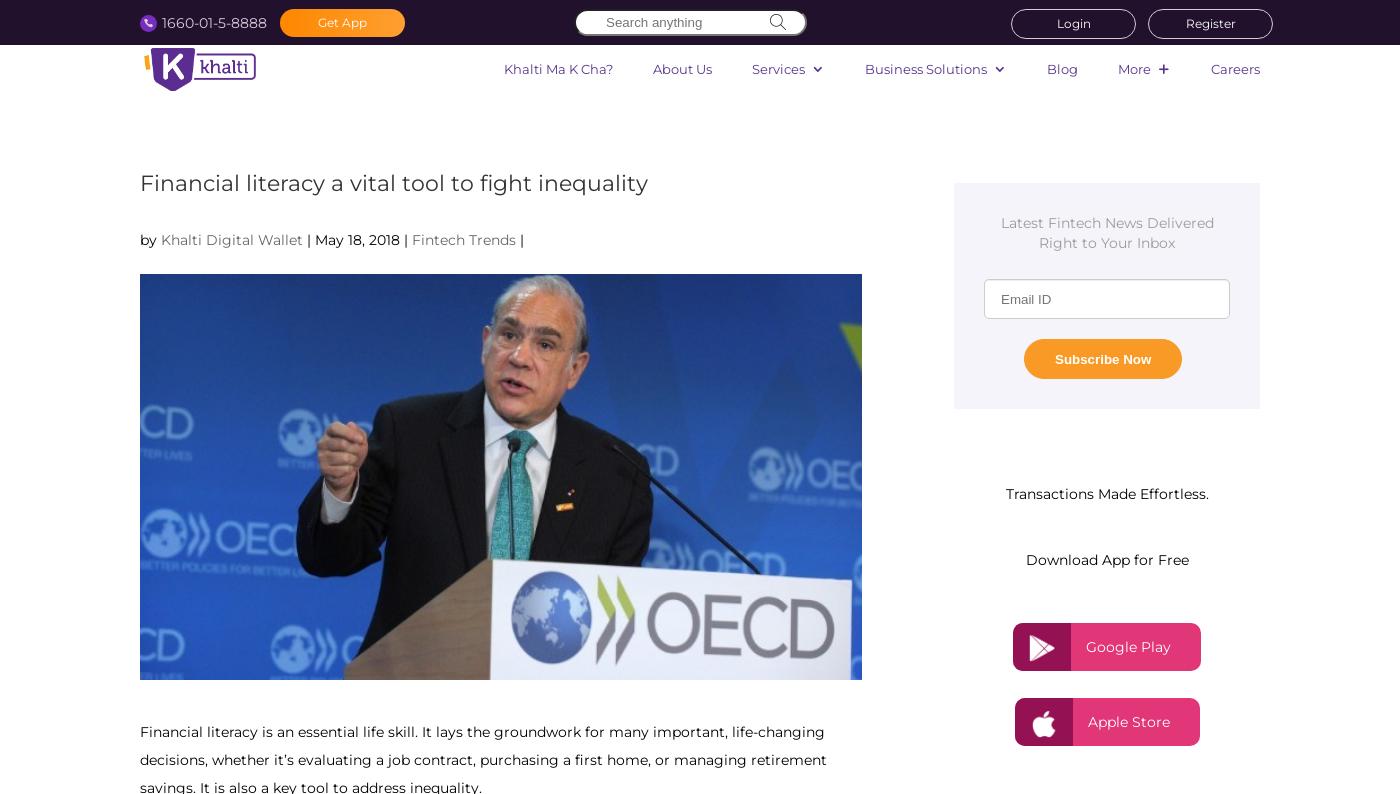 The height and width of the screenshot is (794, 1400). What do you see at coordinates (1138, 440) in the screenshot?
I see `'Bank Transfer'` at bounding box center [1138, 440].